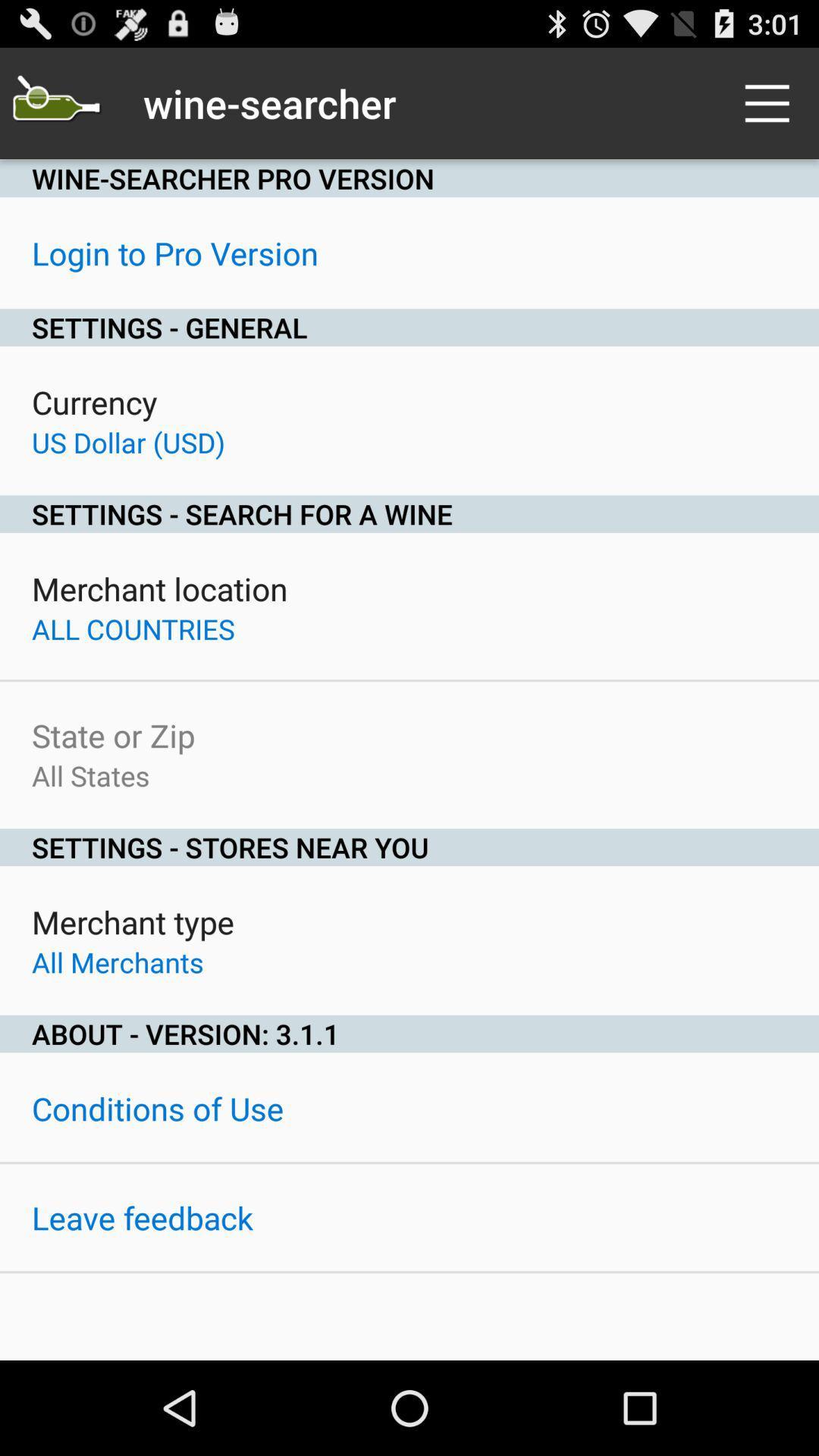 This screenshot has width=819, height=1456. Describe the element at coordinates (409, 1033) in the screenshot. I see `the icon below all merchants item` at that location.